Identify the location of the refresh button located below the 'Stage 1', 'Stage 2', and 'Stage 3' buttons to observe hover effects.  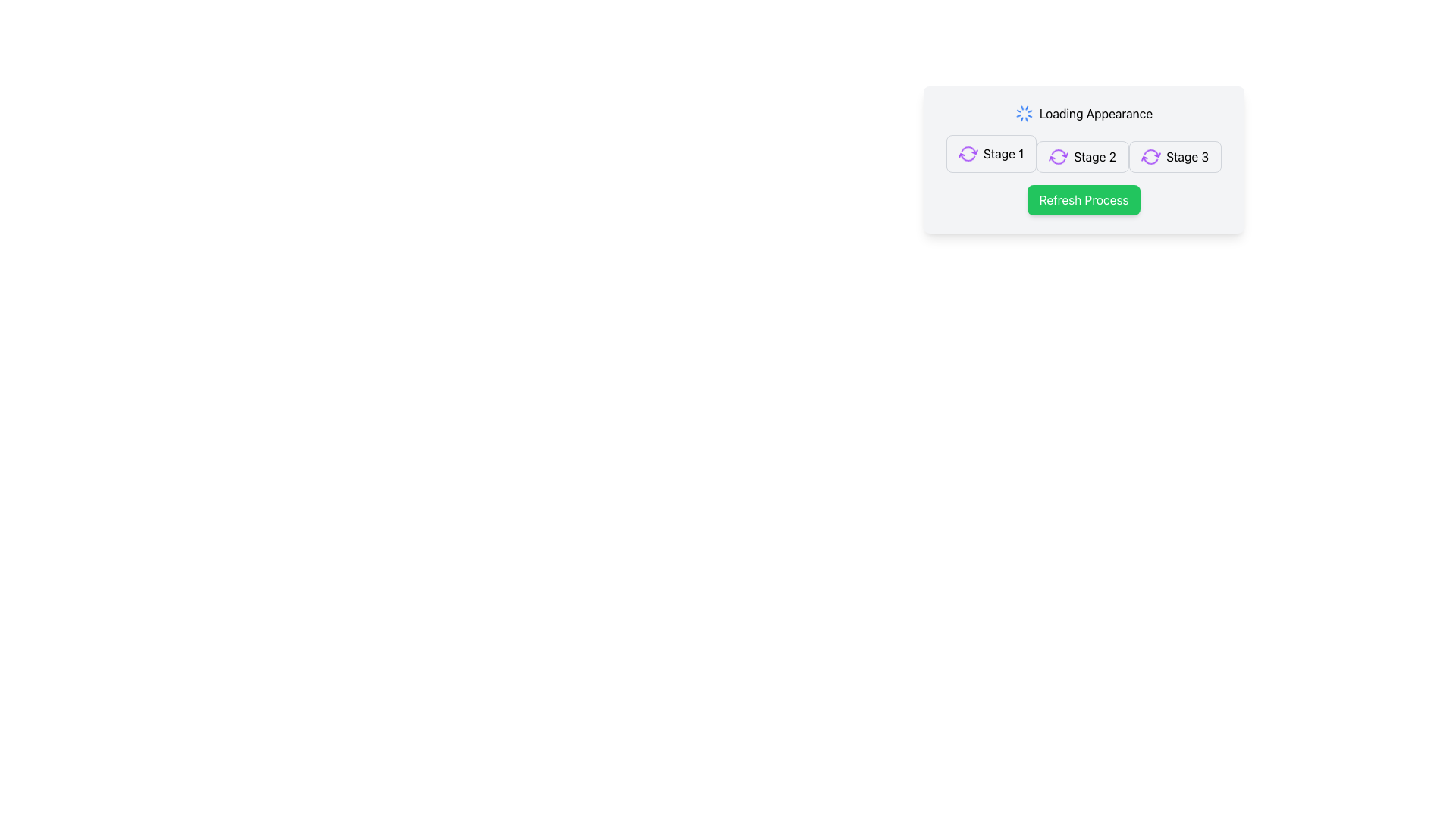
(1083, 199).